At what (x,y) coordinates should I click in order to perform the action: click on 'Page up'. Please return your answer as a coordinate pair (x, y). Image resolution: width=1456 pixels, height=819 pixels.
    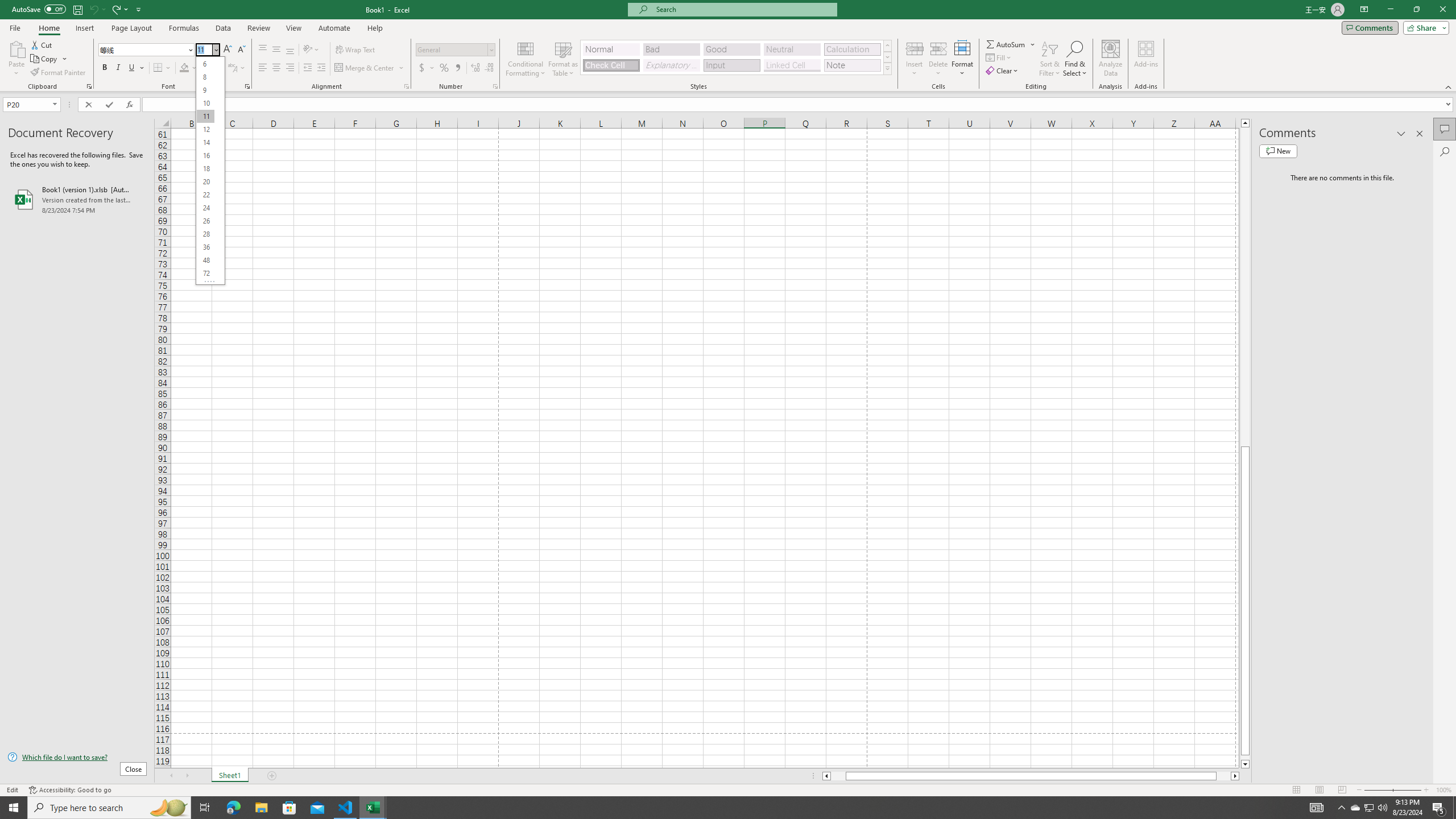
    Looking at the image, I should click on (1245, 286).